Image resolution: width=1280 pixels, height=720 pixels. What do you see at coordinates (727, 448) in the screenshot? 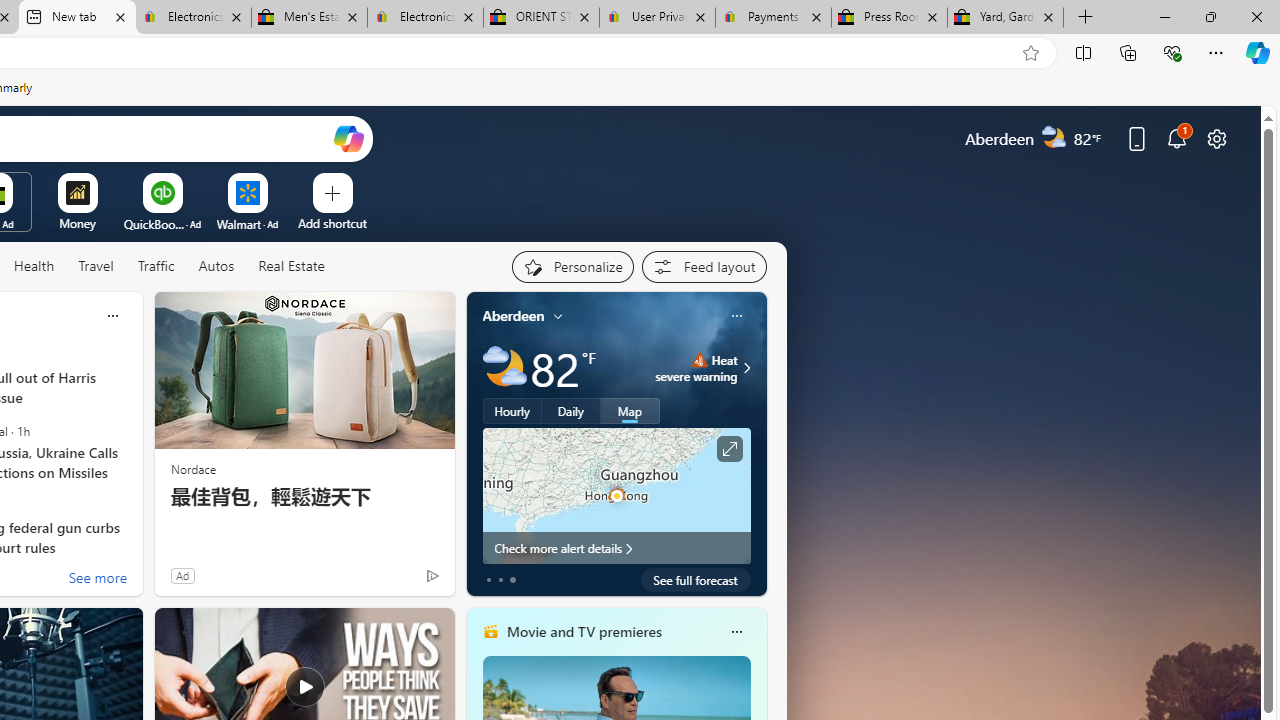
I see `'Click to see more information'` at bounding box center [727, 448].